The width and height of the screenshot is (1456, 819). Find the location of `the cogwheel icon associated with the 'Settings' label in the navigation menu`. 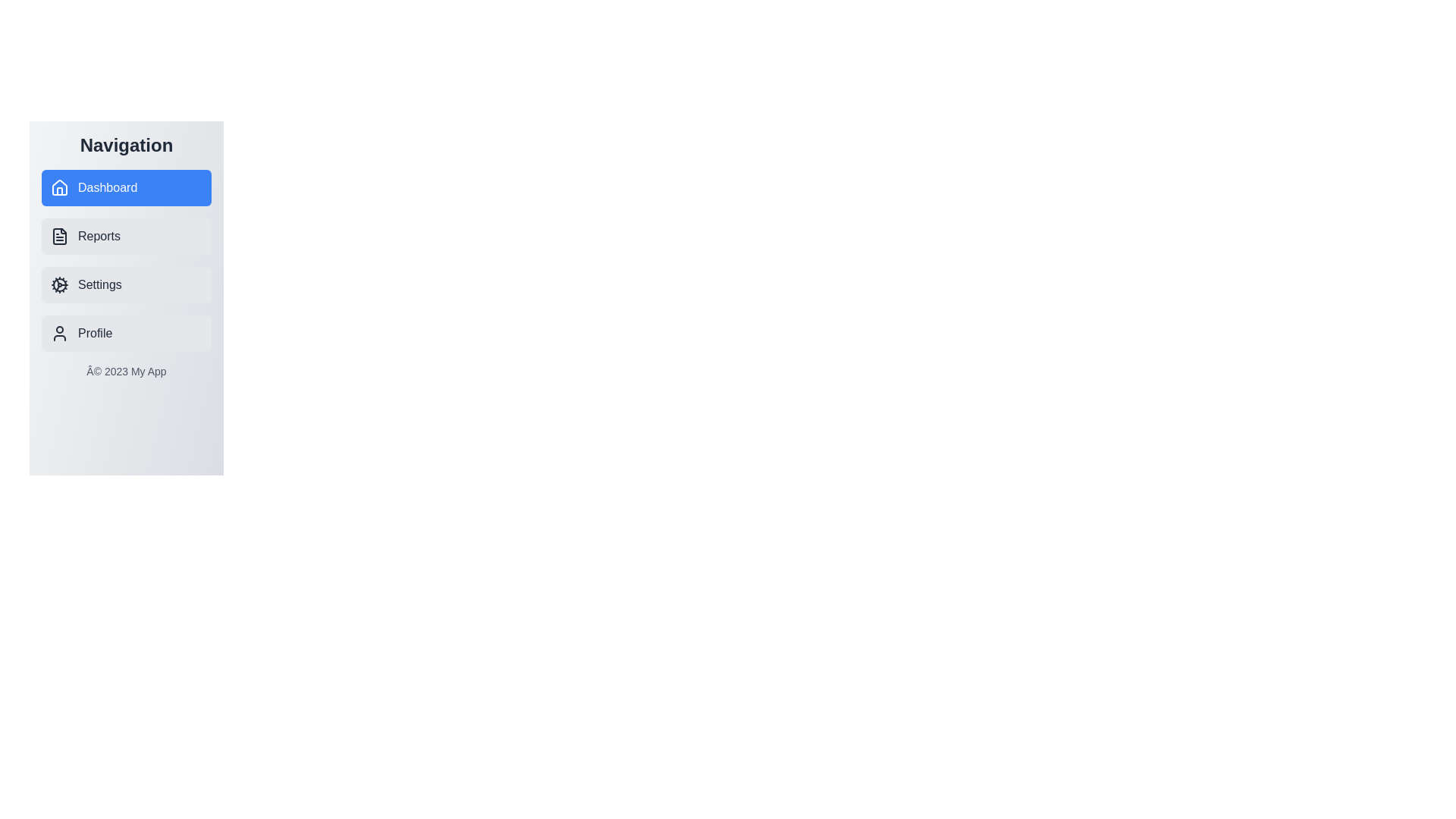

the cogwheel icon associated with the 'Settings' label in the navigation menu is located at coordinates (59, 284).